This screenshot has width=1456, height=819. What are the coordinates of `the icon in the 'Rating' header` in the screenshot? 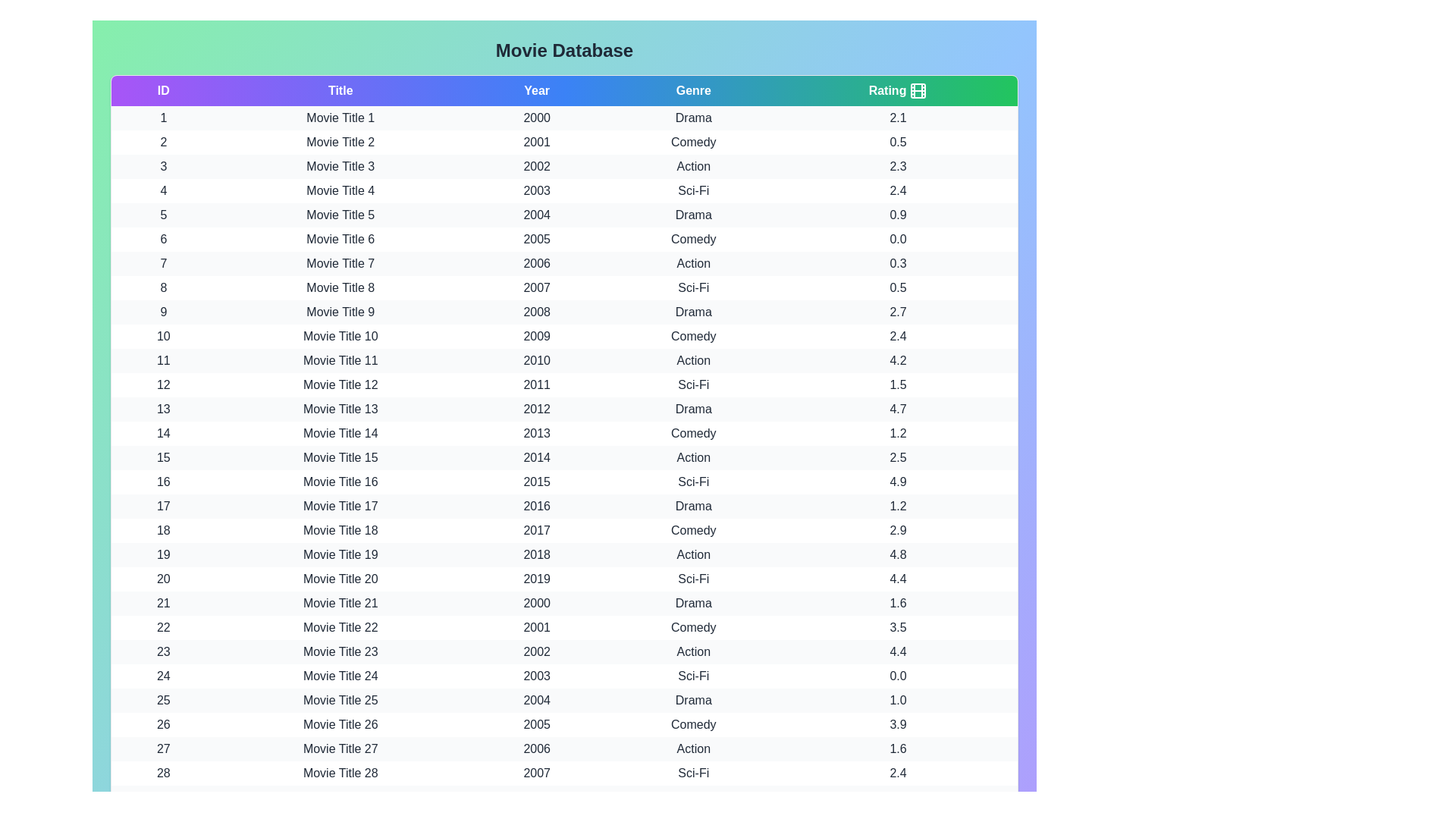 It's located at (917, 90).